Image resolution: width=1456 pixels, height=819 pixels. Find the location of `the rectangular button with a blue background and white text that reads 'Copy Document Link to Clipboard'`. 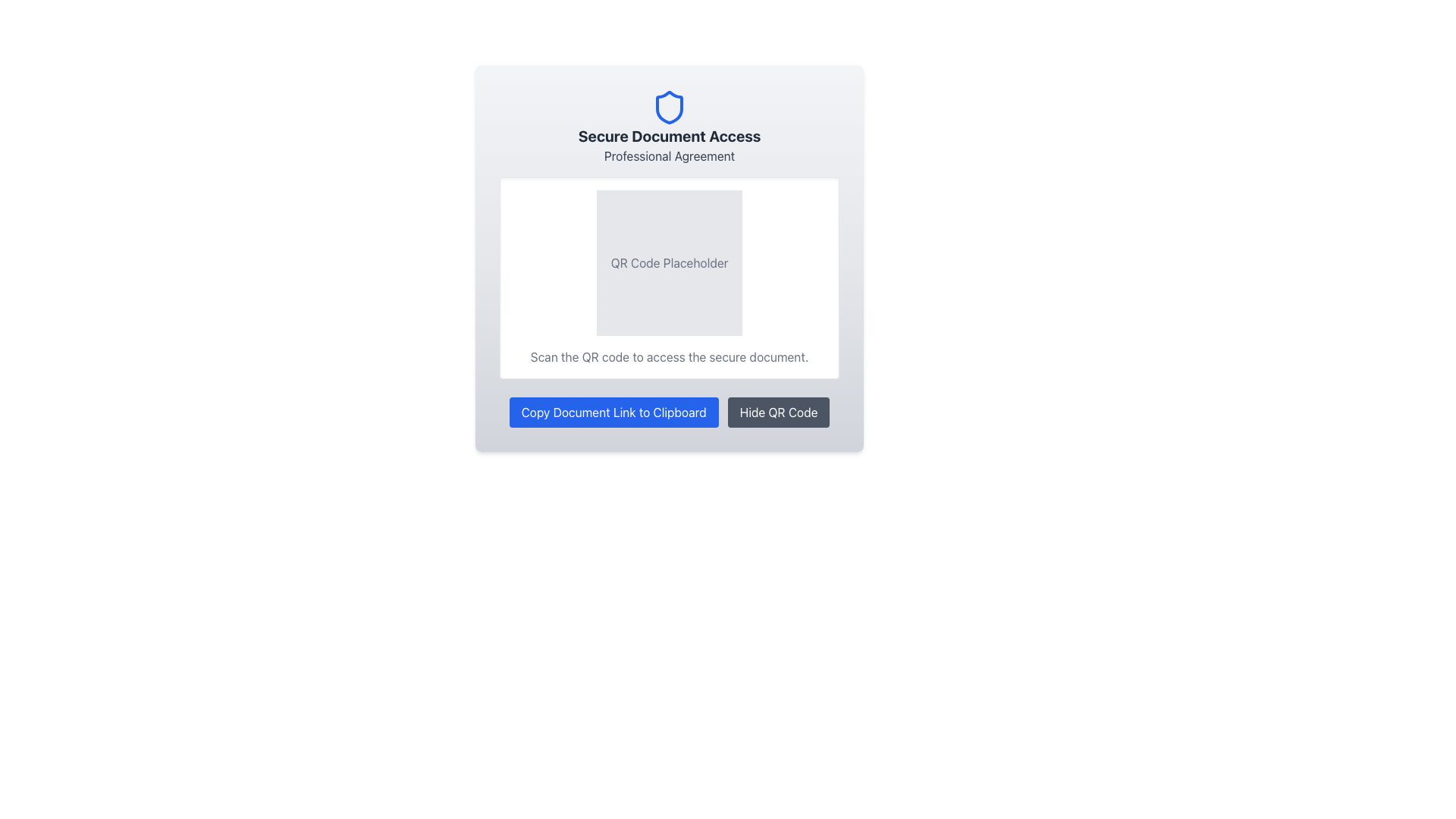

the rectangular button with a blue background and white text that reads 'Copy Document Link to Clipboard' is located at coordinates (613, 412).